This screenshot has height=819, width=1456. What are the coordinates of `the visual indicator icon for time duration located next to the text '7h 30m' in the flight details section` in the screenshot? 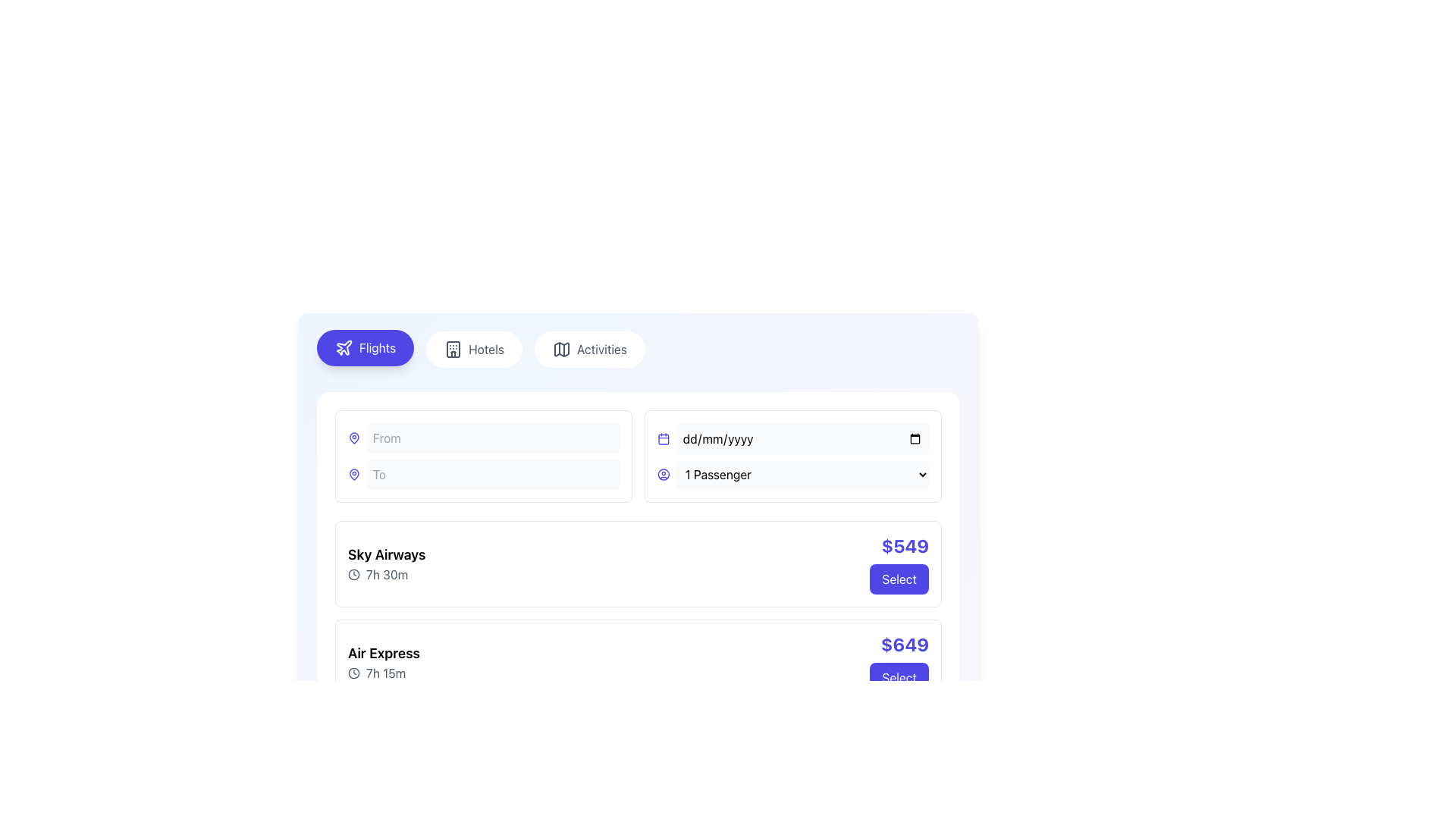 It's located at (353, 575).